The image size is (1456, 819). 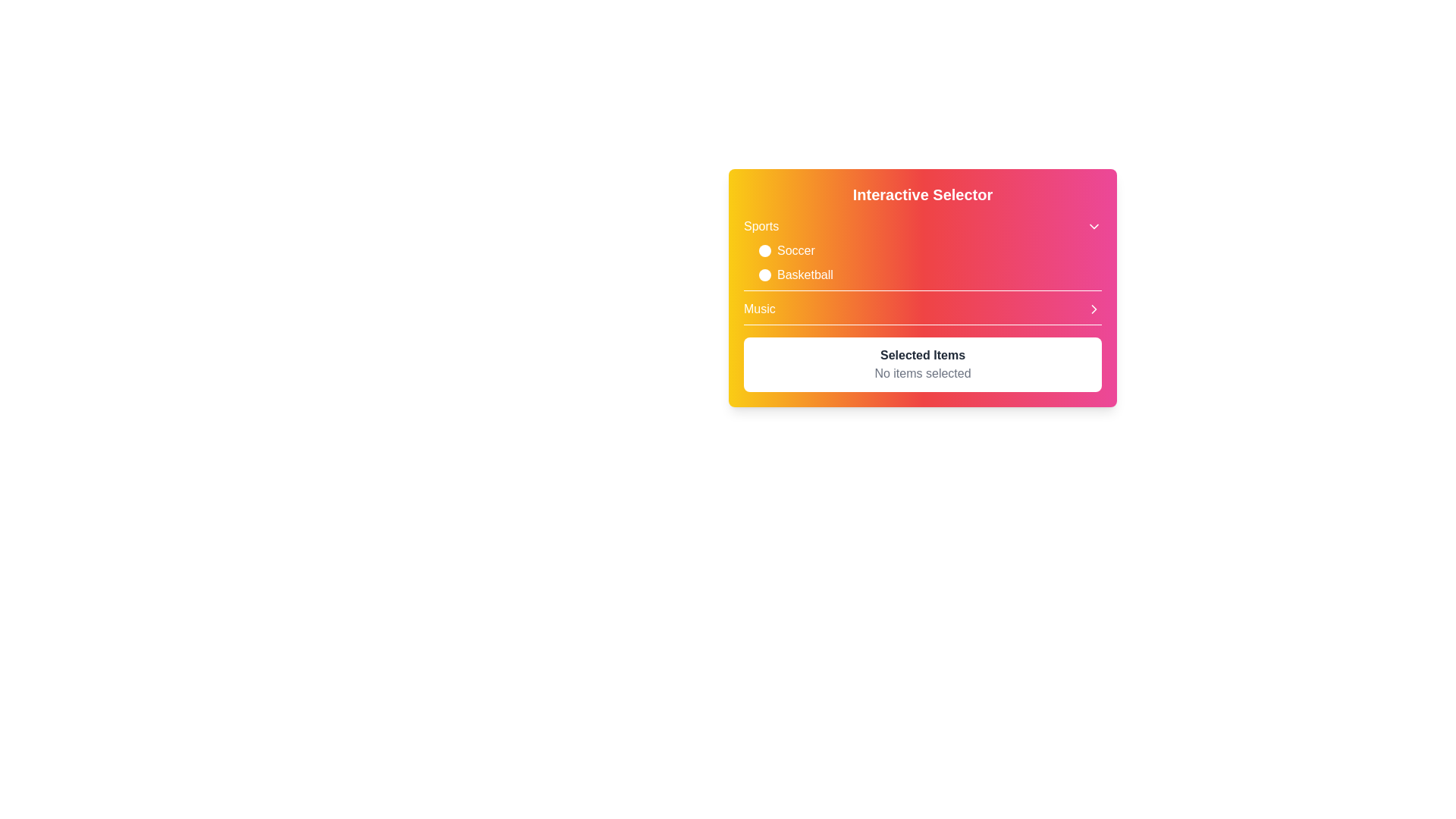 I want to click on the small circular icon with a white background and a gray border, located to the left of the word 'Soccer' in the 'Sports' section, so click(x=764, y=250).